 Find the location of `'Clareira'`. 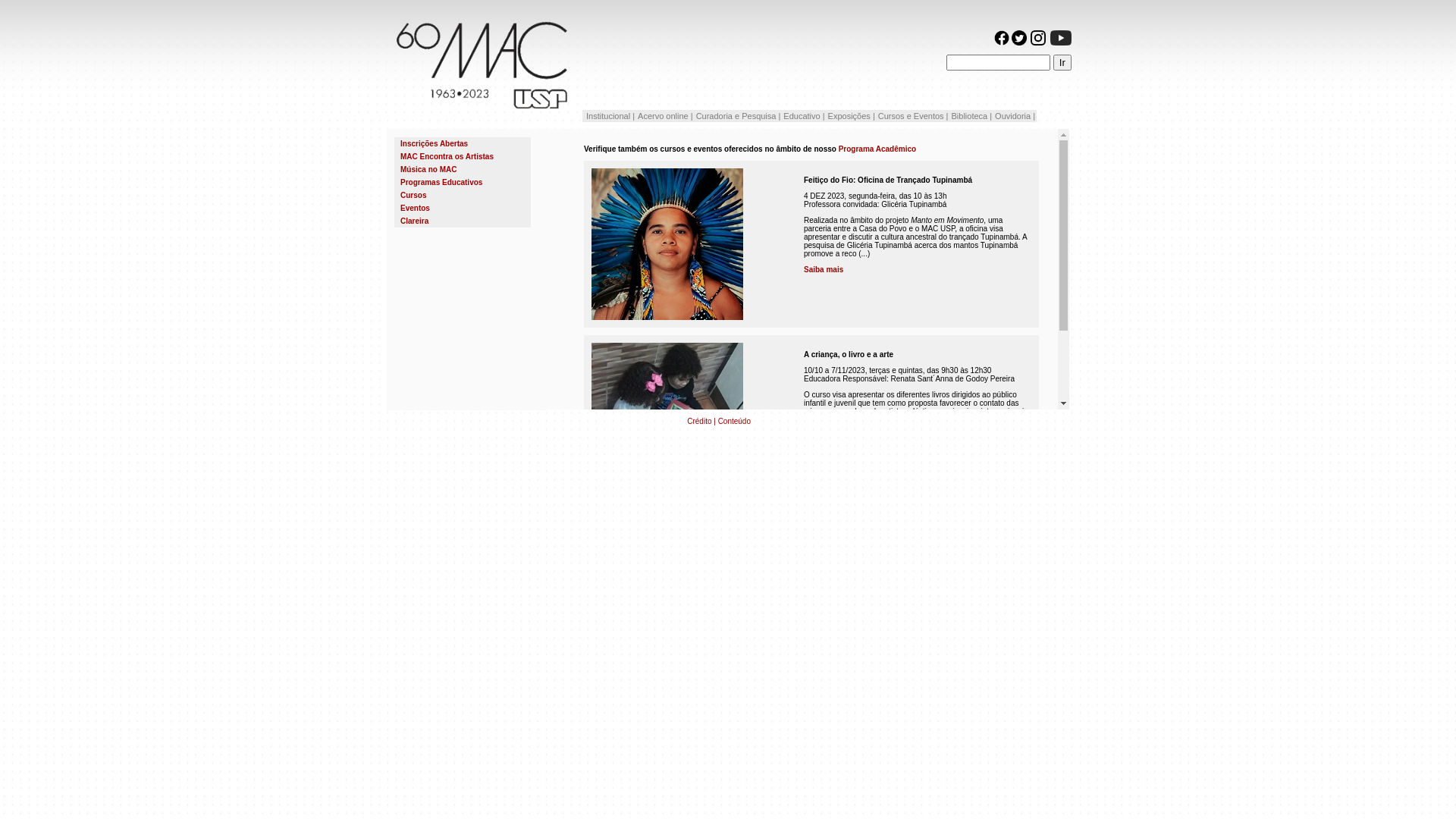

'Clareira' is located at coordinates (414, 221).